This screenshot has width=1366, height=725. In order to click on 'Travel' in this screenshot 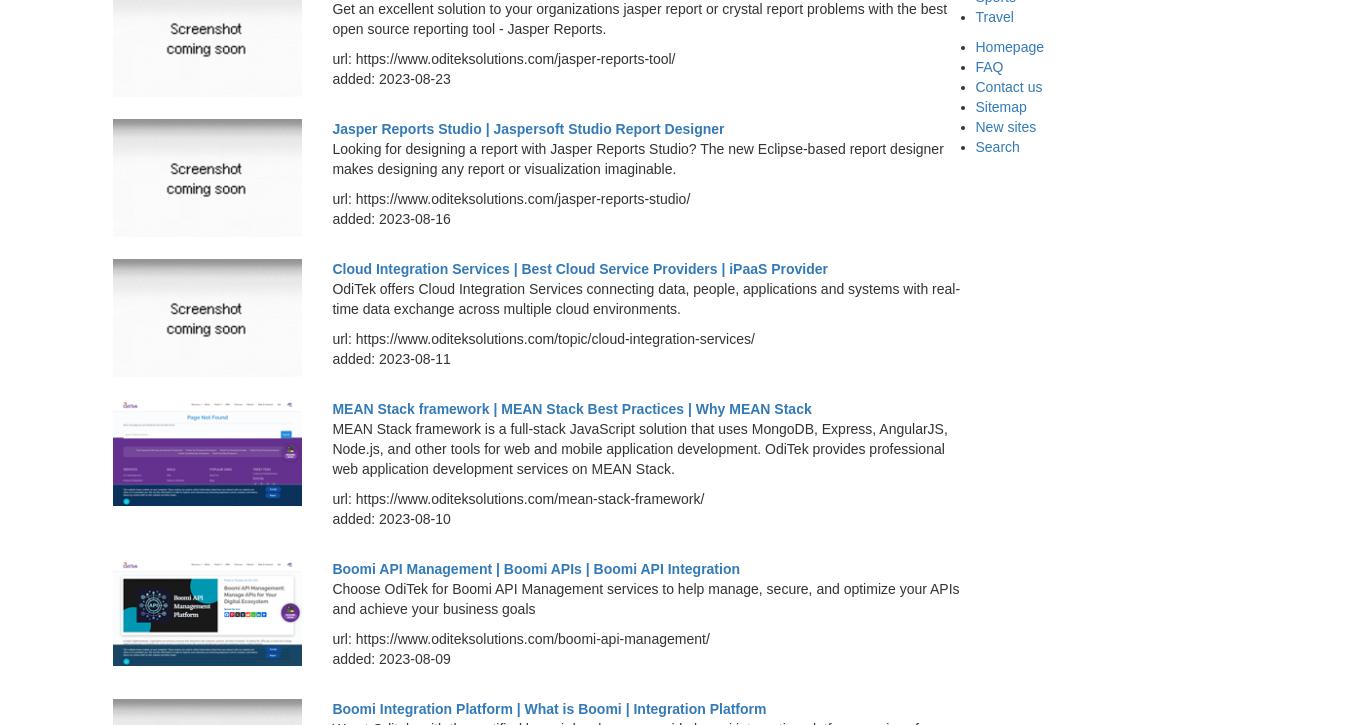, I will do `click(994, 16)`.